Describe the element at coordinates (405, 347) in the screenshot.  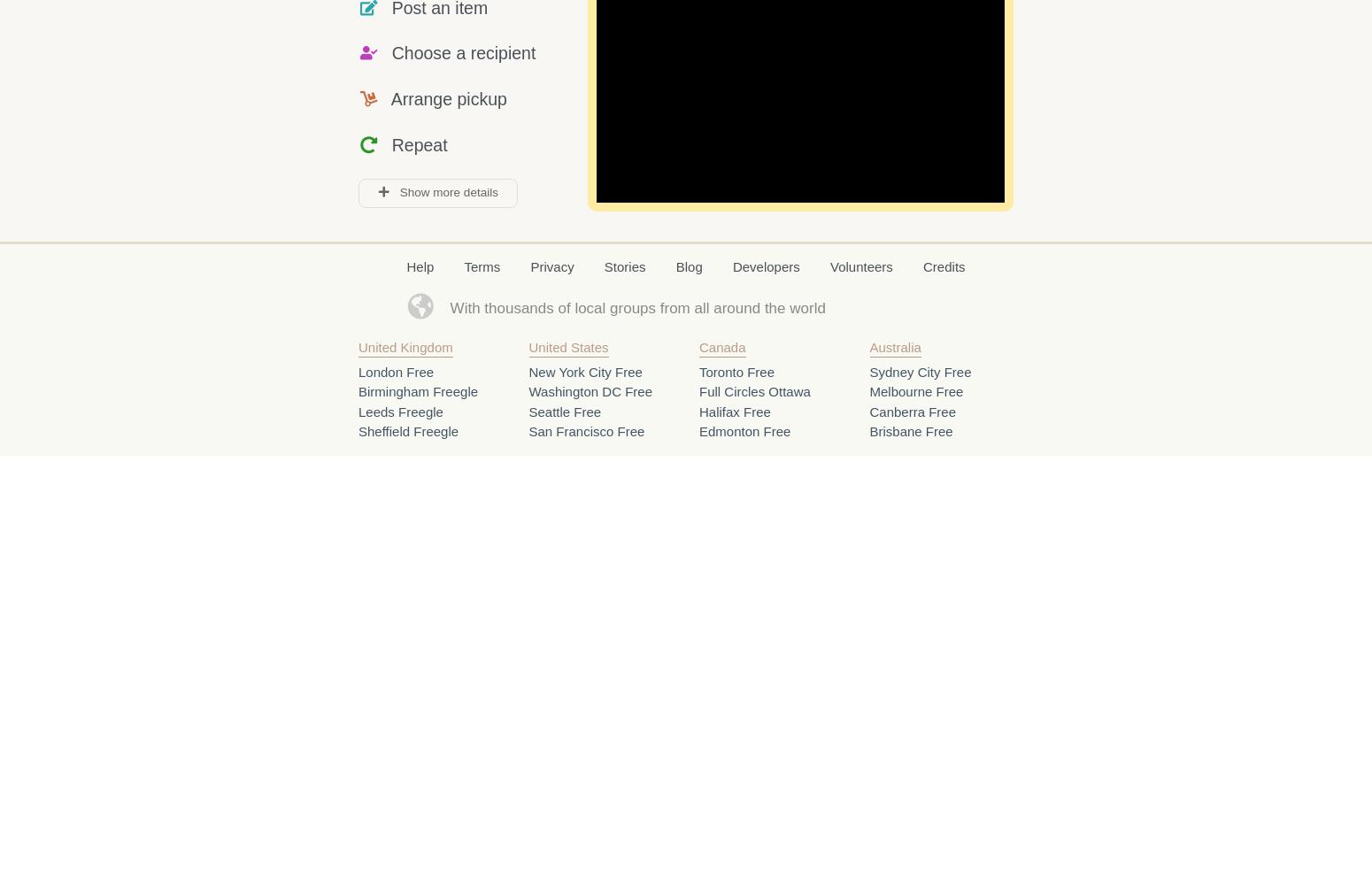
I see `'United Kingdom'` at that location.